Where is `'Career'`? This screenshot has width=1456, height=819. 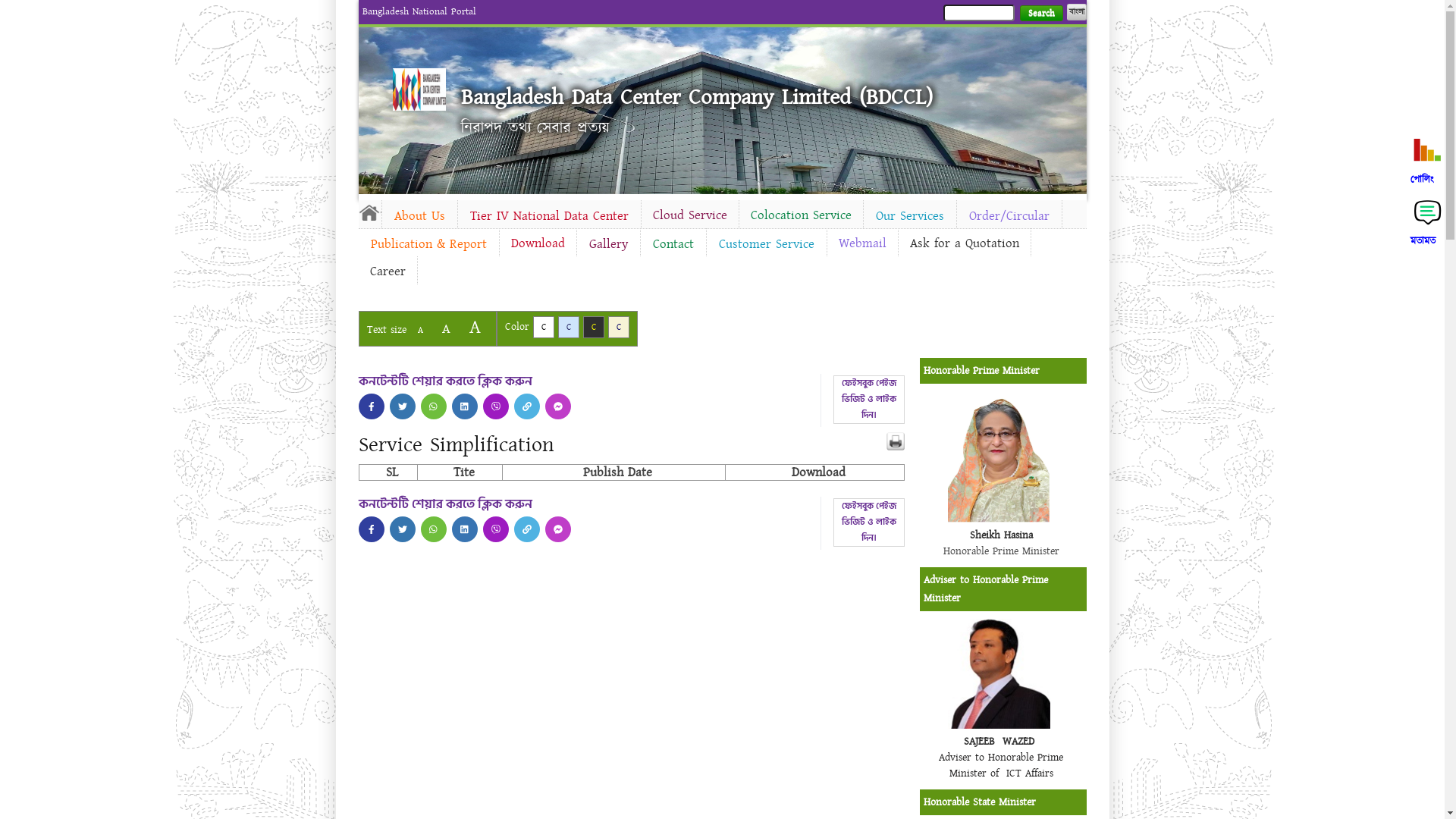
'Career' is located at coordinates (387, 271).